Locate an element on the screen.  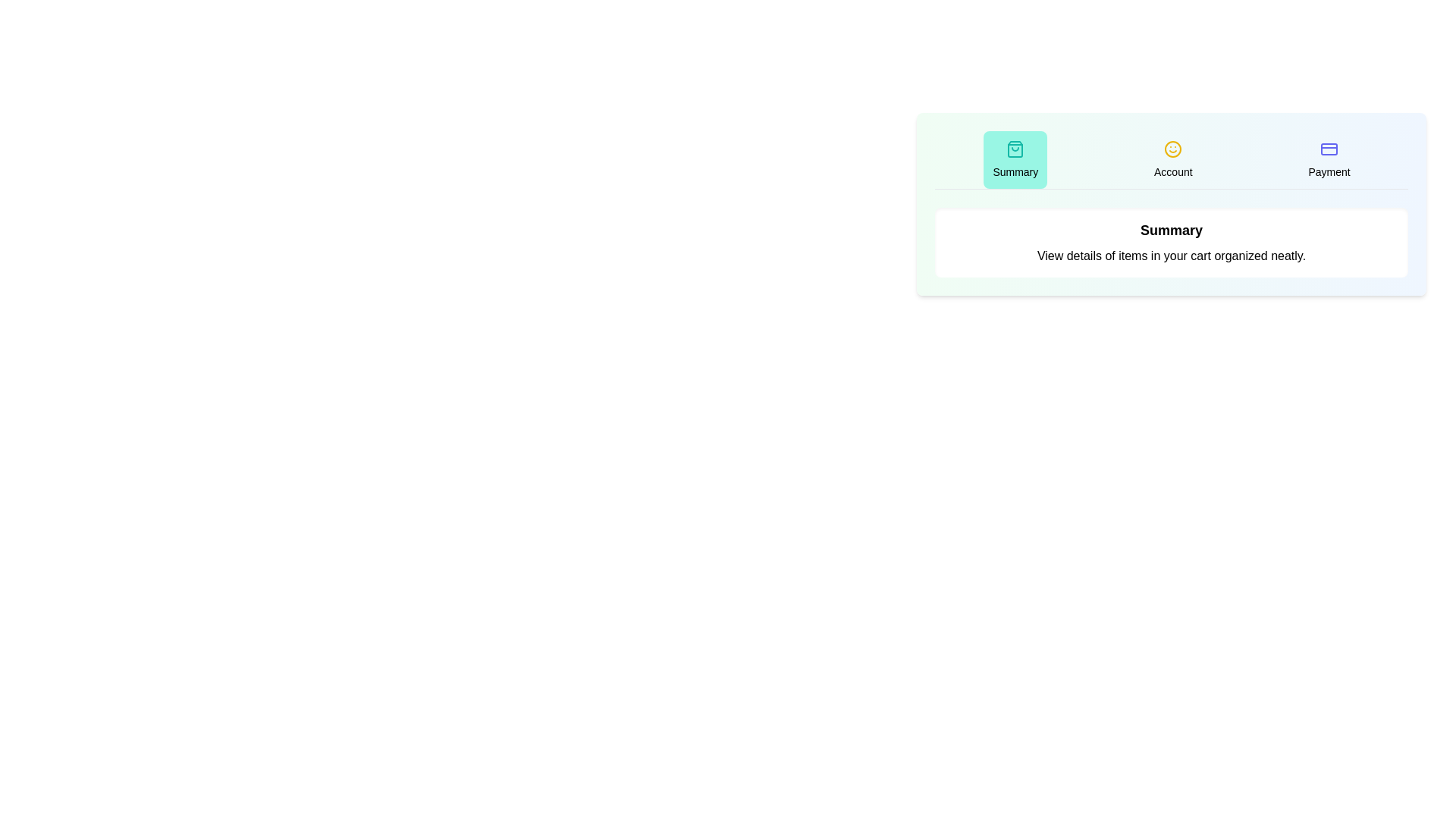
the Summary tab to switch to it is located at coordinates (1015, 160).